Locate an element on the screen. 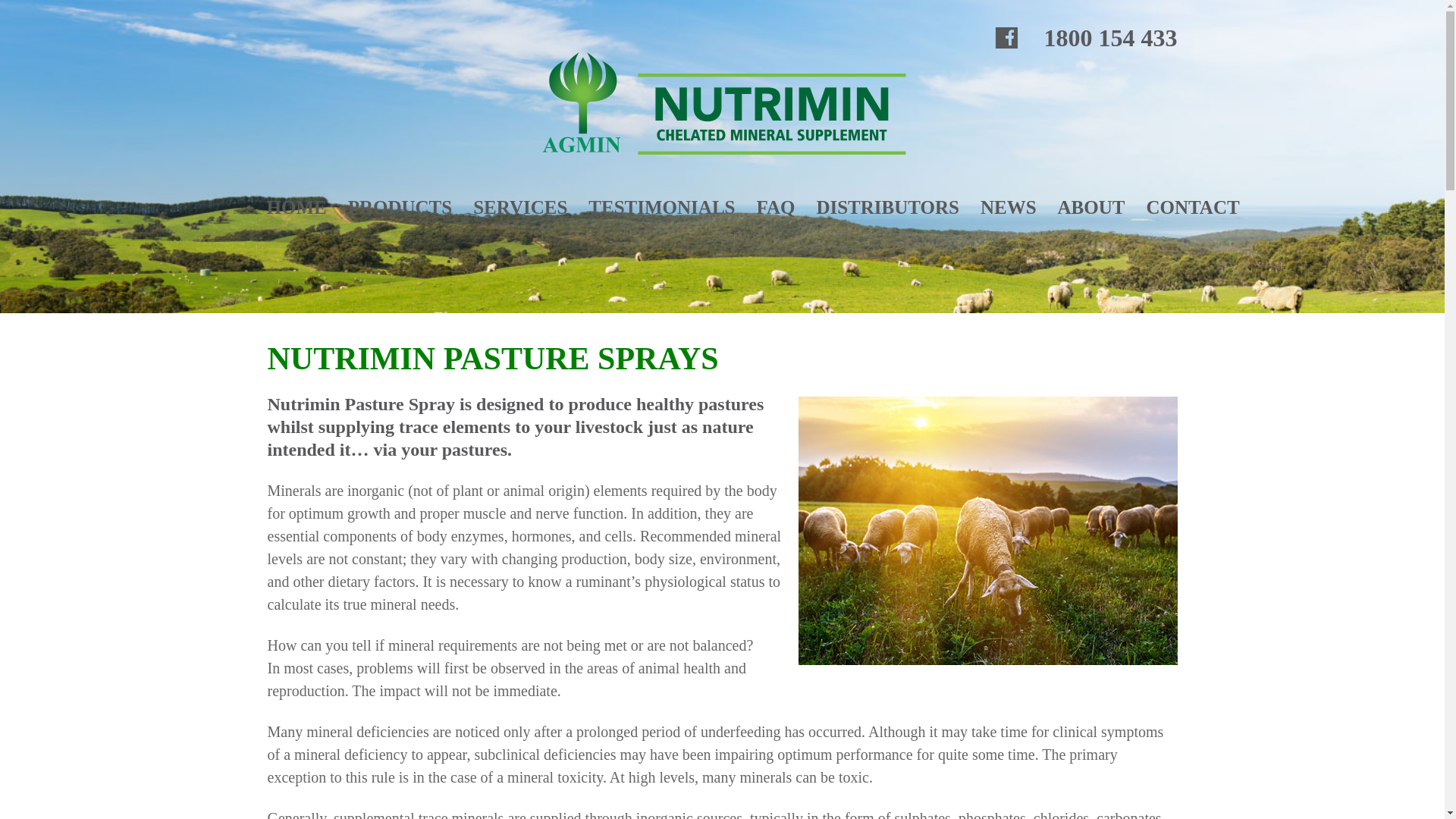 This screenshot has height=819, width=1456. 'DISTRIBUTORS' is located at coordinates (887, 207).